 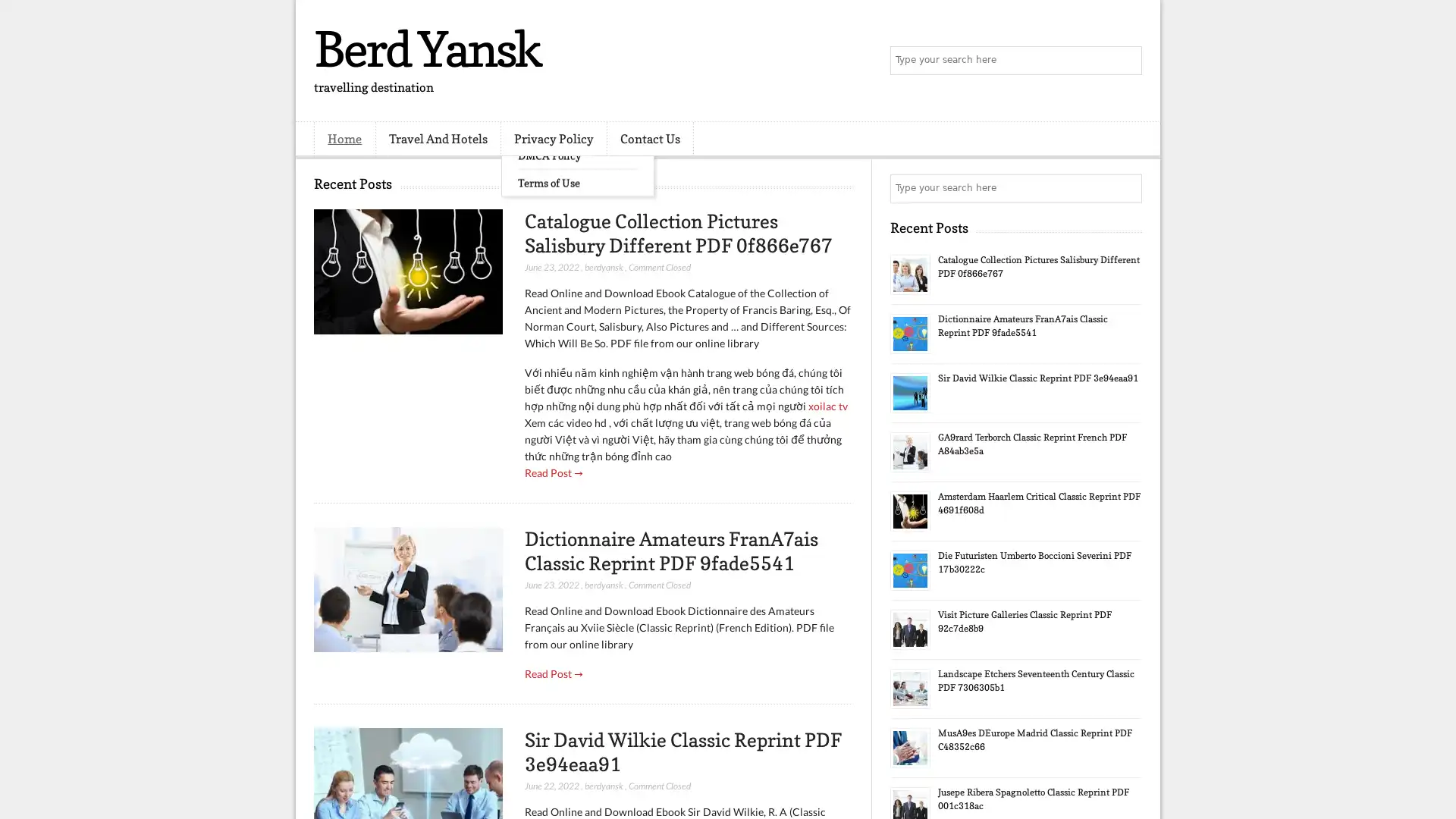 What do you see at coordinates (1126, 61) in the screenshot?
I see `Search` at bounding box center [1126, 61].